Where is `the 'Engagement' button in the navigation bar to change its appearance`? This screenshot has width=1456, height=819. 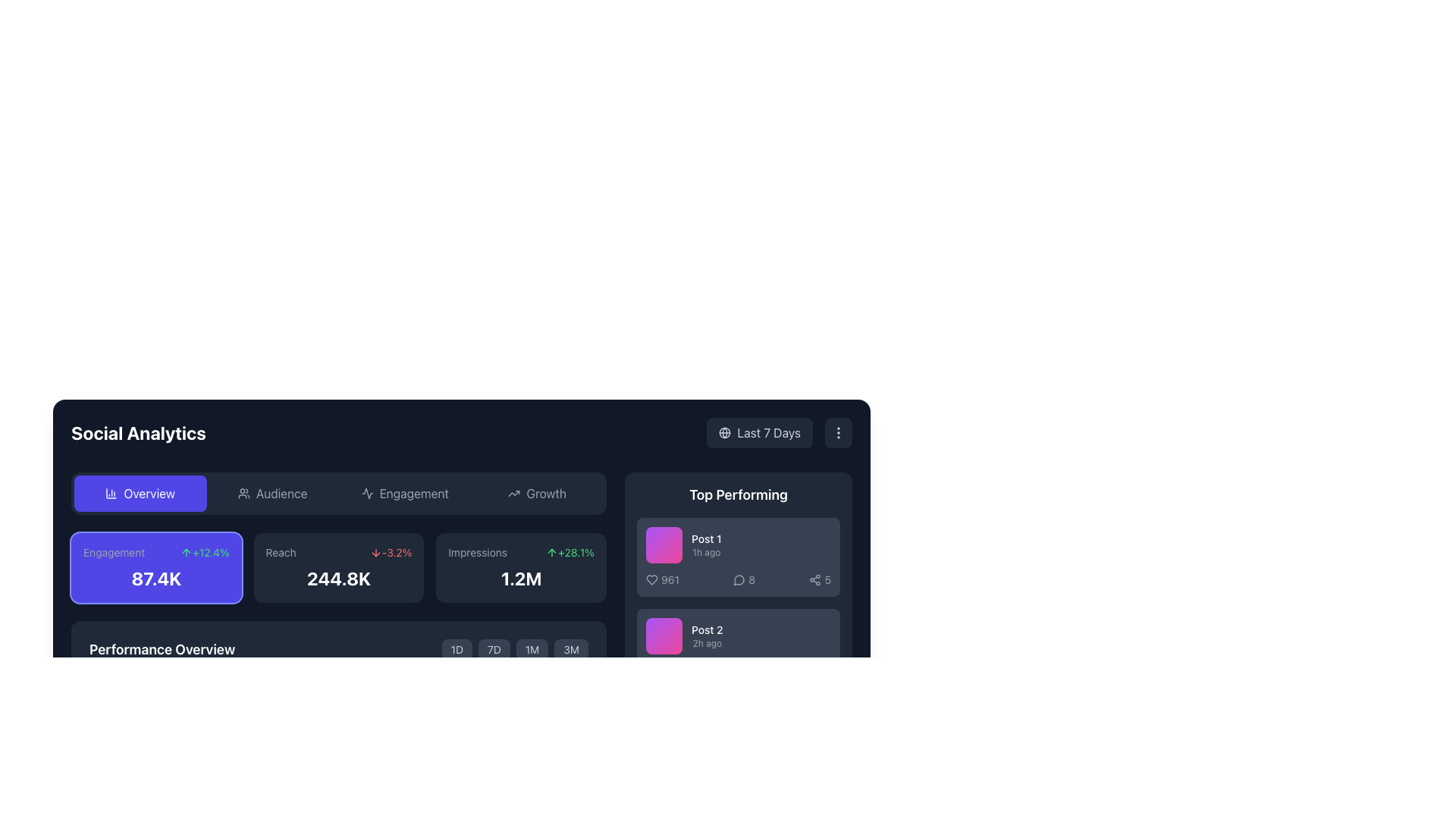 the 'Engagement' button in the navigation bar to change its appearance is located at coordinates (405, 494).